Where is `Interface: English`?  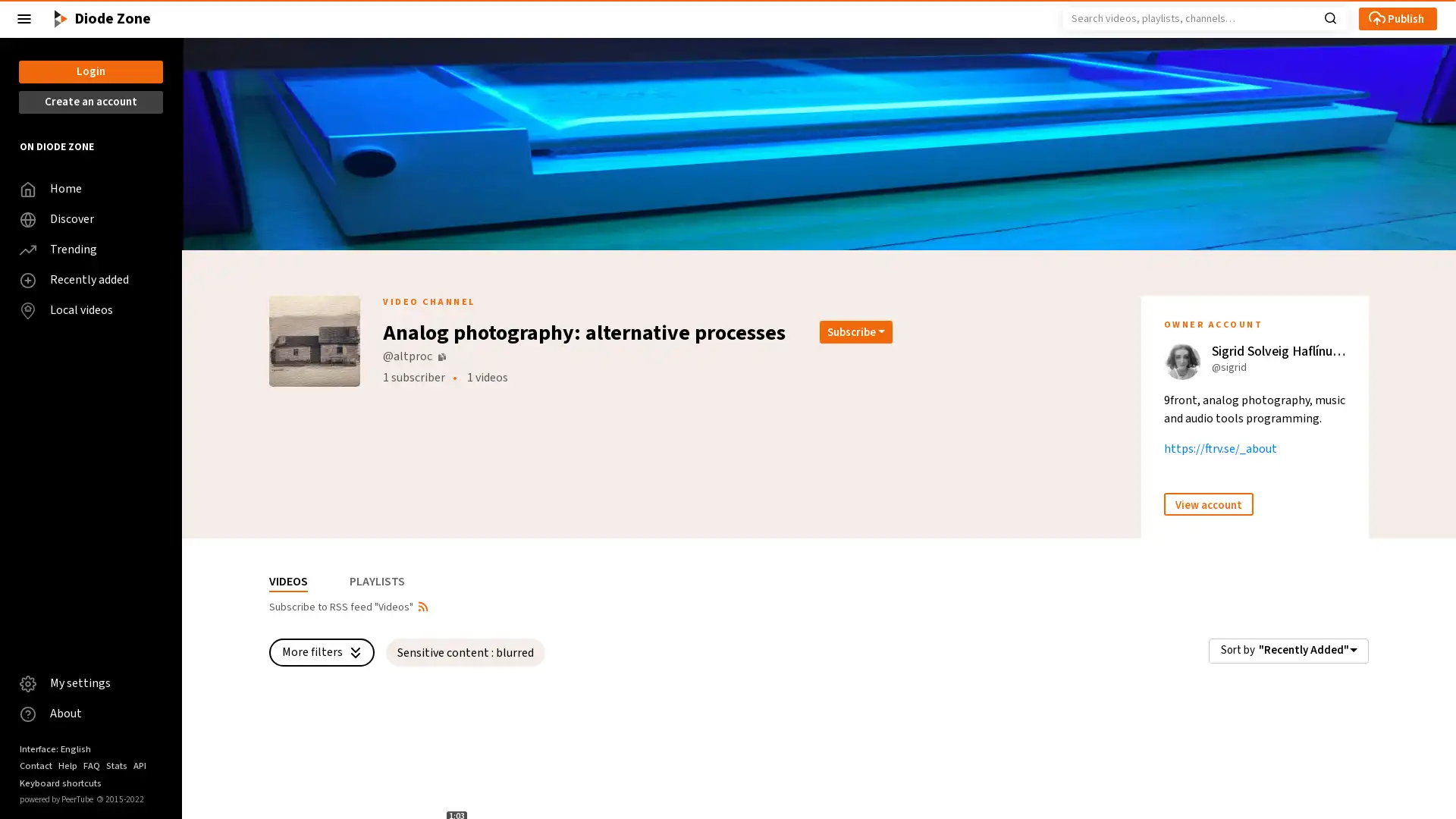
Interface: English is located at coordinates (55, 748).